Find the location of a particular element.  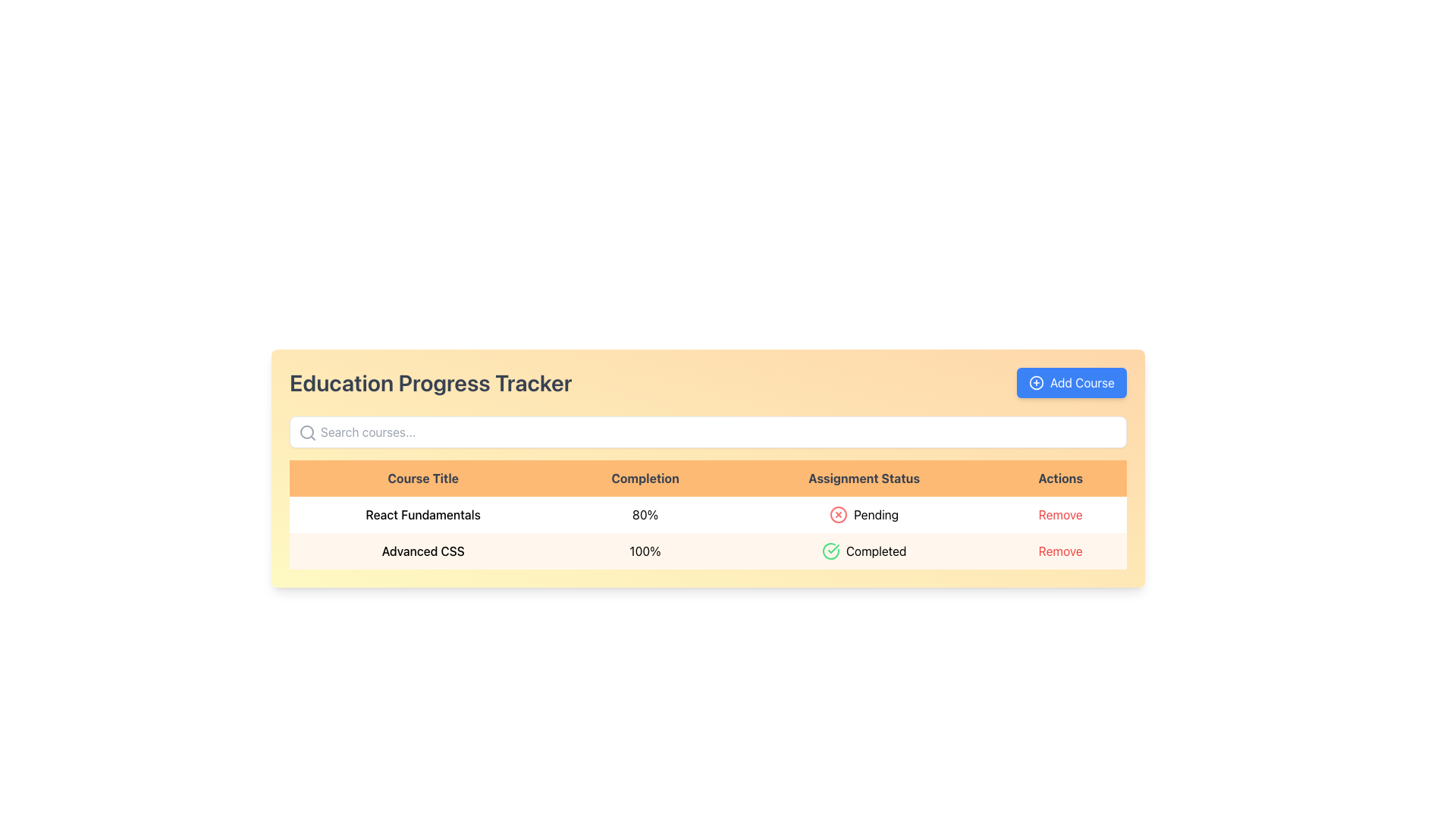

the static text label for the course titled 'React Fundamentals' in the educational progress tracker interface, located in the first column of the corresponding row is located at coordinates (423, 513).